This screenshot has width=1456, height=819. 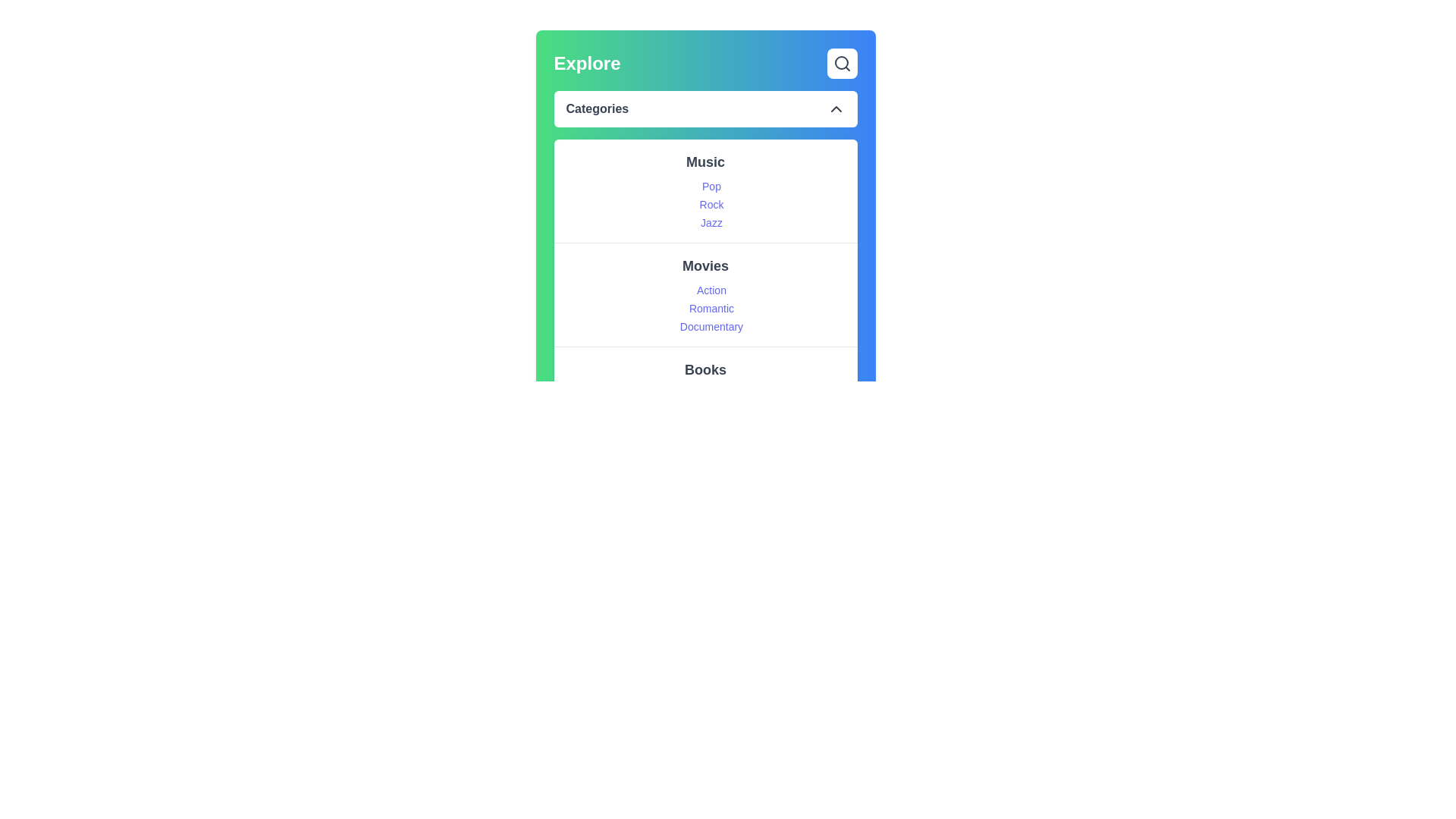 What do you see at coordinates (711, 186) in the screenshot?
I see `the clickable text link that serves as a navigation to 'Pop' music, located at the top-center of the application interface` at bounding box center [711, 186].